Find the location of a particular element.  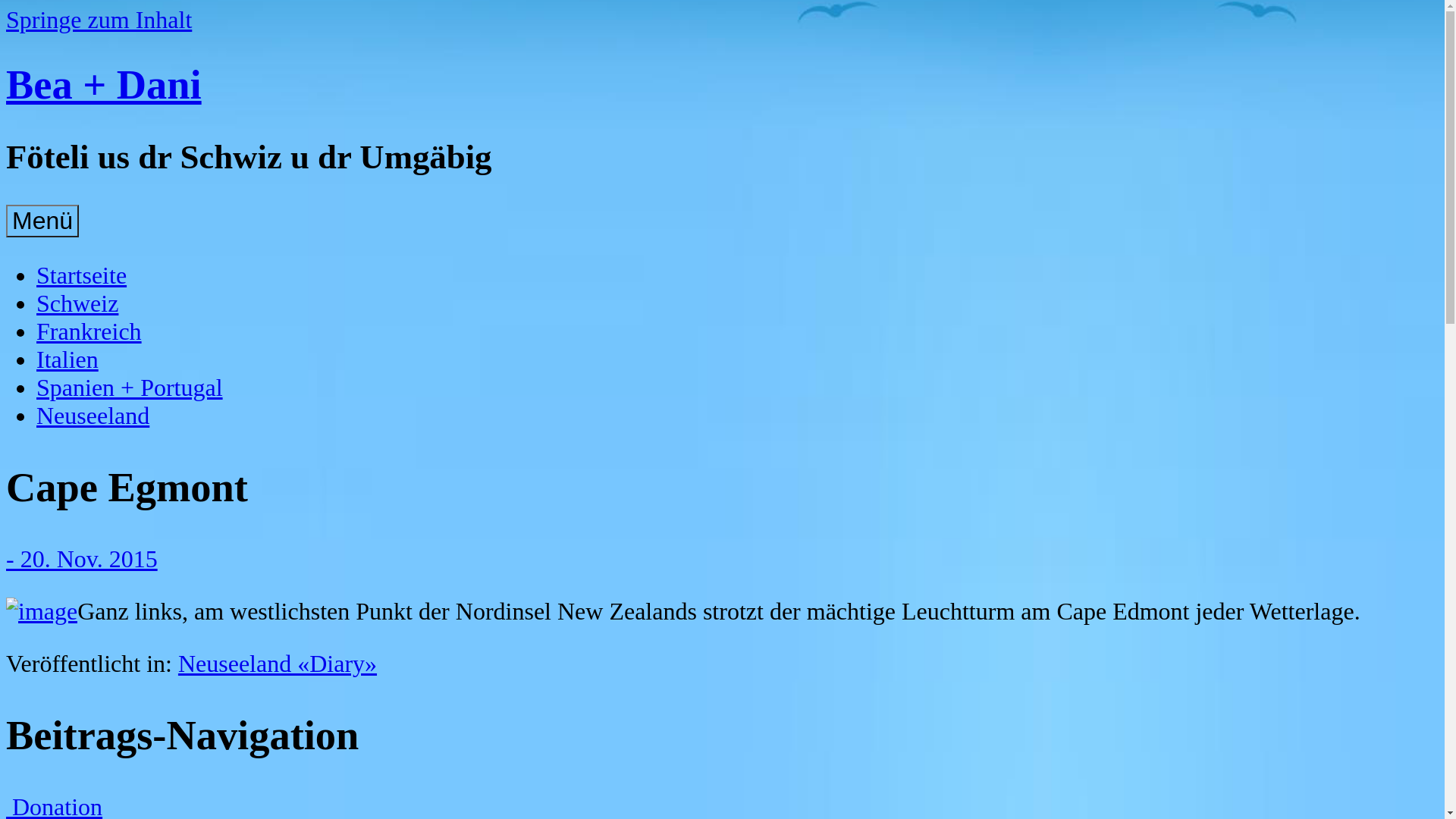

'Frankreich' is located at coordinates (88, 330).